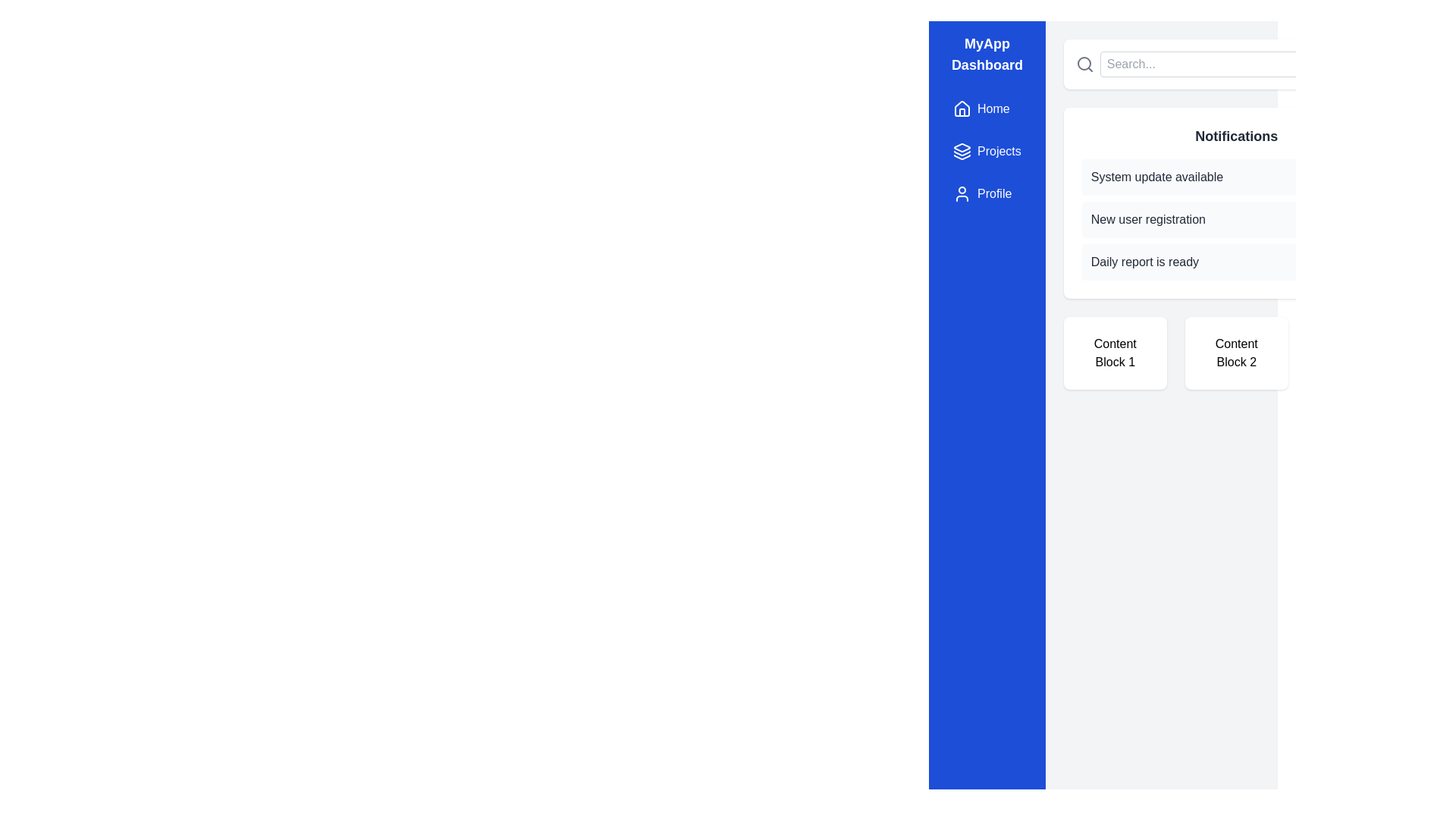  I want to click on the search icon located in the top-right section of the interface, represented by an SVG element with a magnifying glass design, so click(1083, 63).